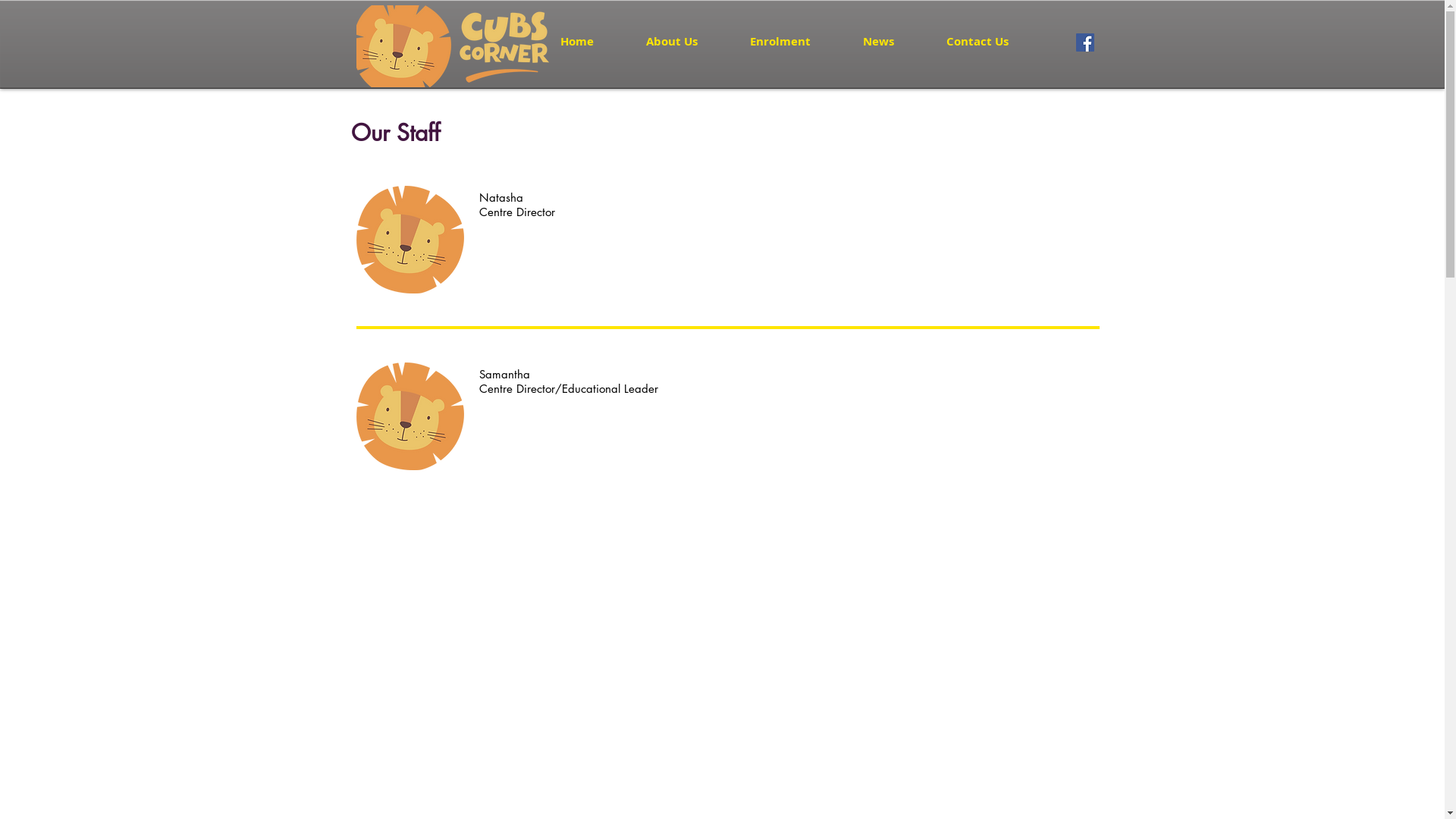 The image size is (1456, 819). Describe the element at coordinates (685, 40) in the screenshot. I see `'About Us'` at that location.